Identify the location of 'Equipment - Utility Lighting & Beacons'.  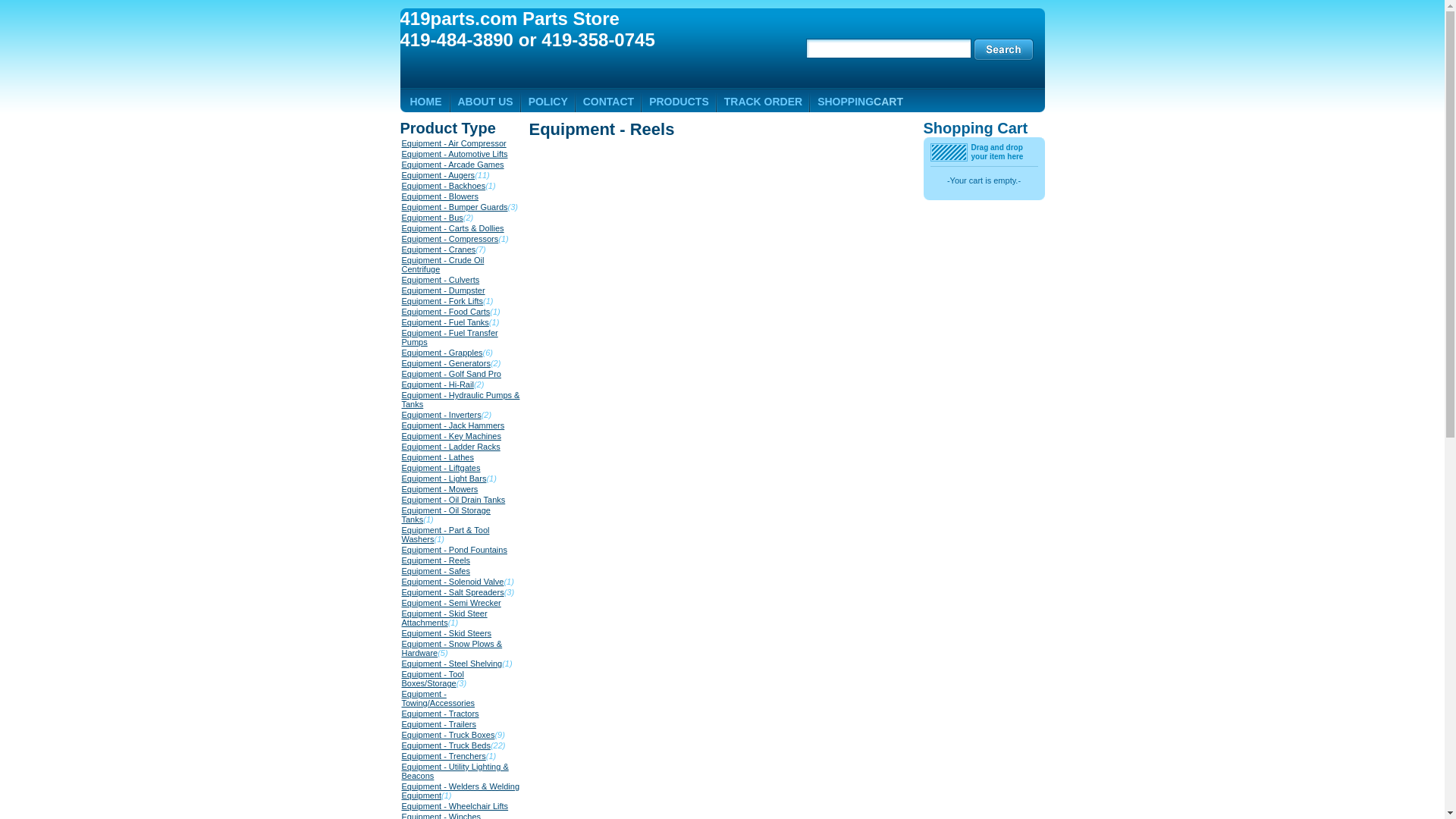
(454, 771).